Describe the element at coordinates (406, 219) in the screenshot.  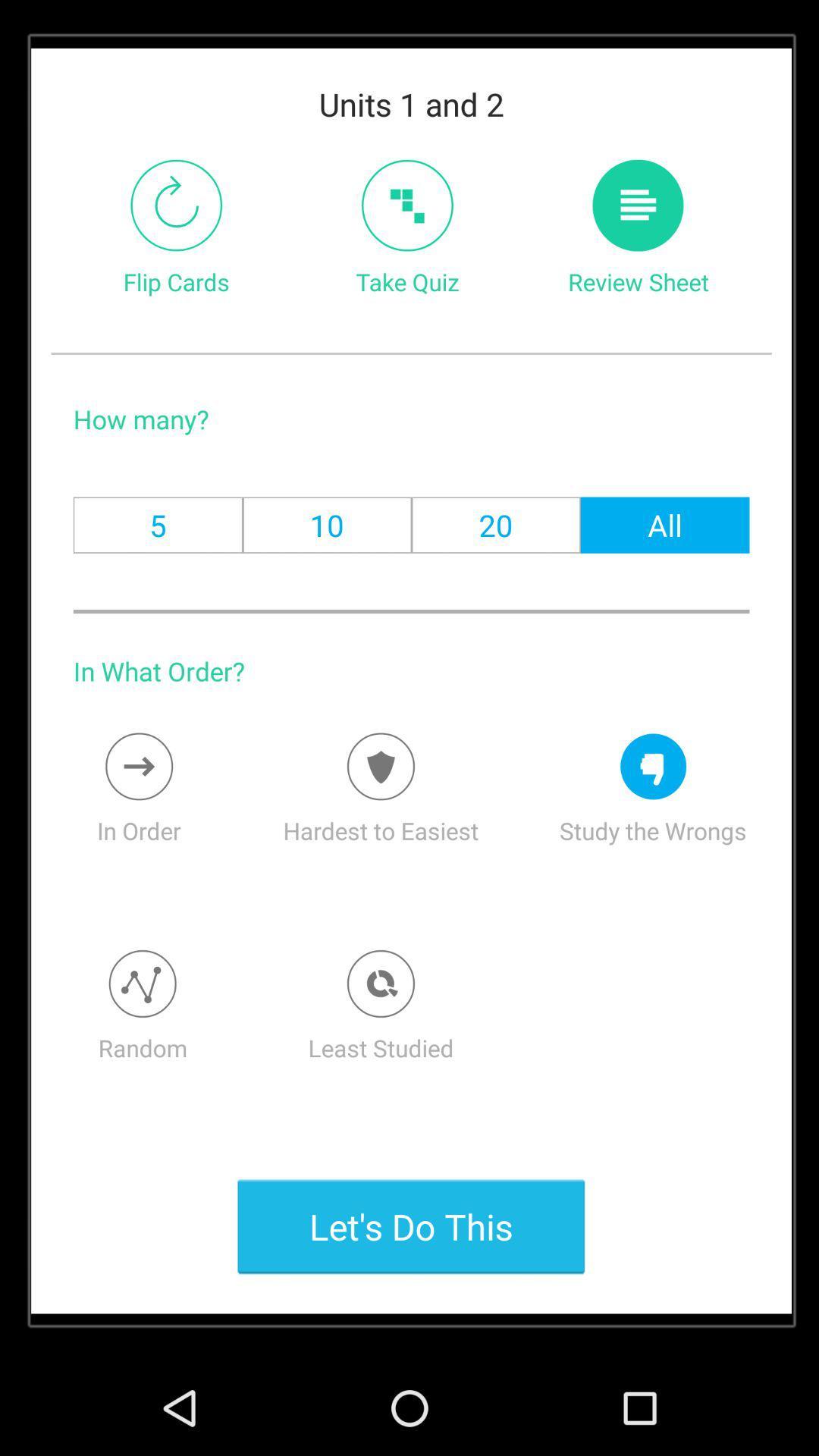
I see `the add icon` at that location.